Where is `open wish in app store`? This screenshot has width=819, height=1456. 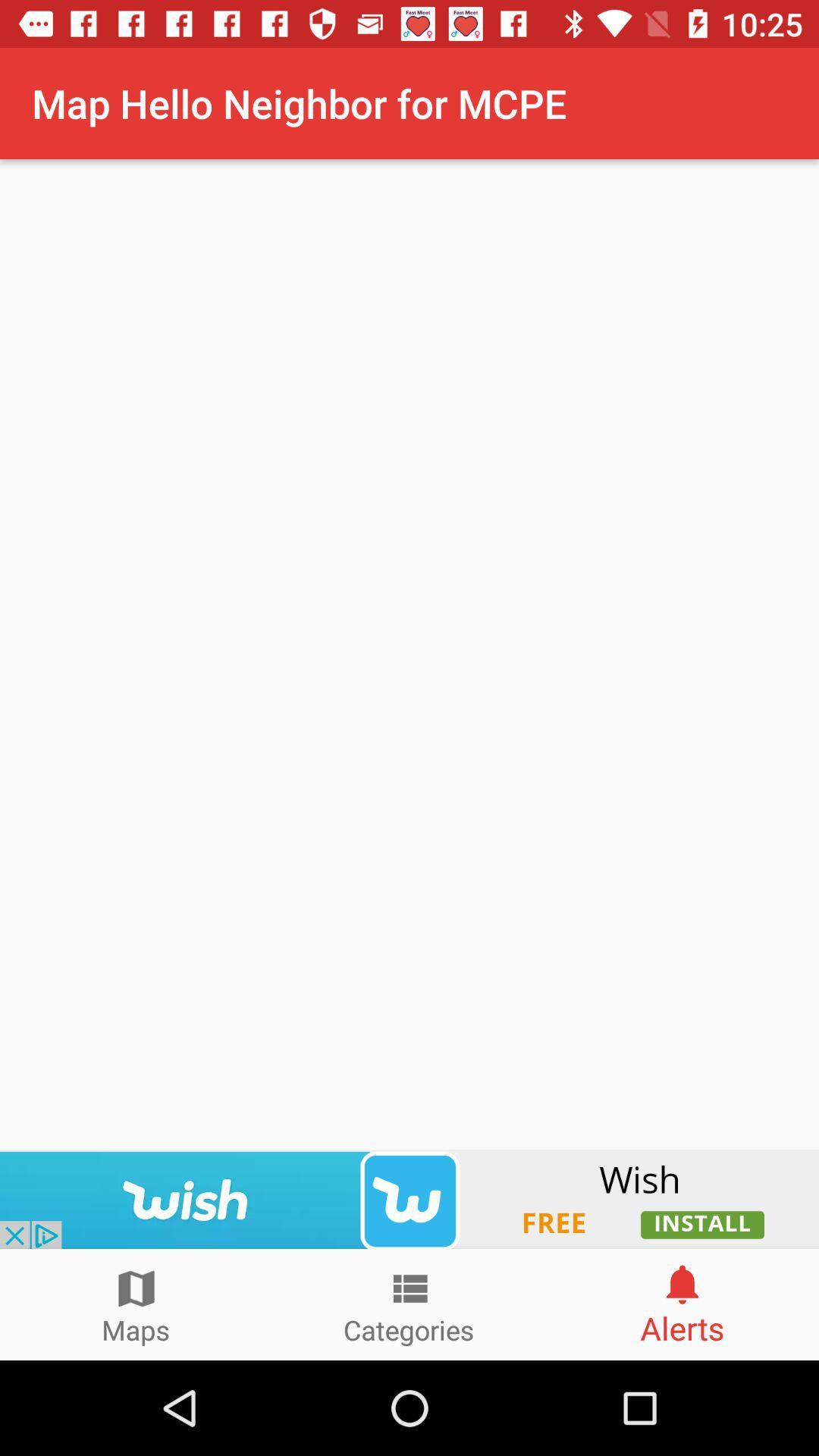
open wish in app store is located at coordinates (409, 1198).